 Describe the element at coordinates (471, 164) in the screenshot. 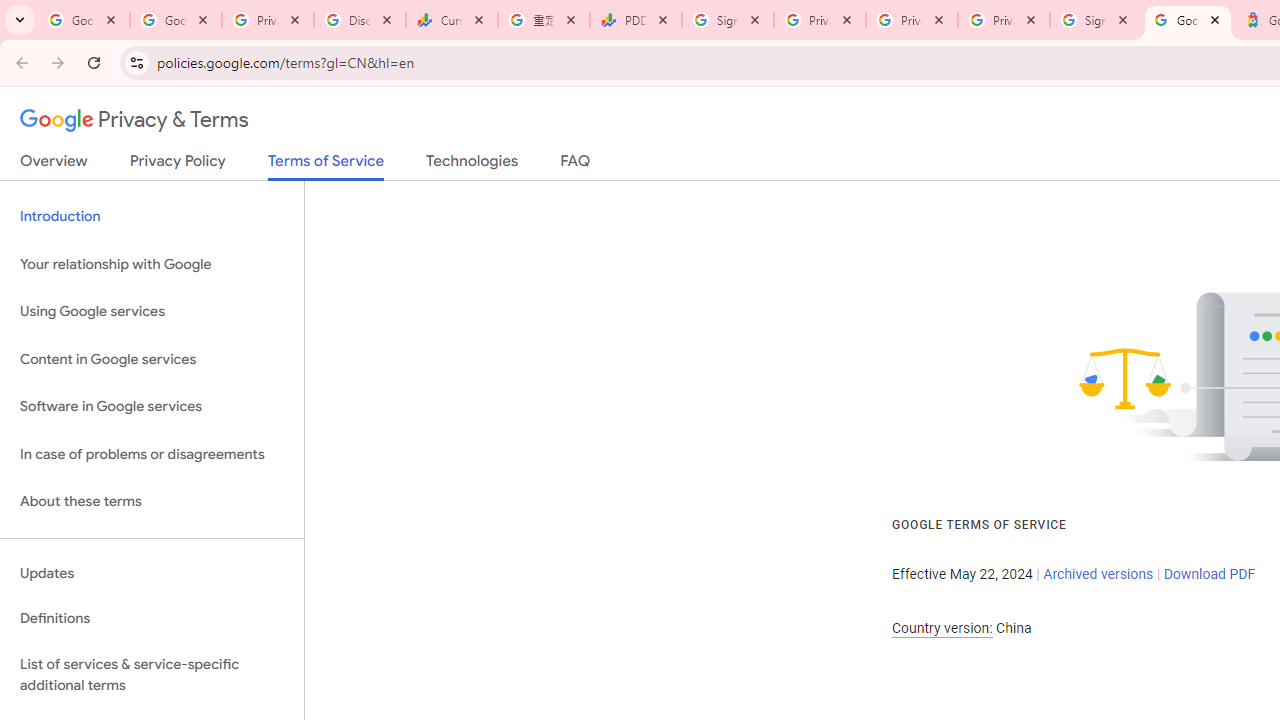

I see `'Technologies'` at that location.